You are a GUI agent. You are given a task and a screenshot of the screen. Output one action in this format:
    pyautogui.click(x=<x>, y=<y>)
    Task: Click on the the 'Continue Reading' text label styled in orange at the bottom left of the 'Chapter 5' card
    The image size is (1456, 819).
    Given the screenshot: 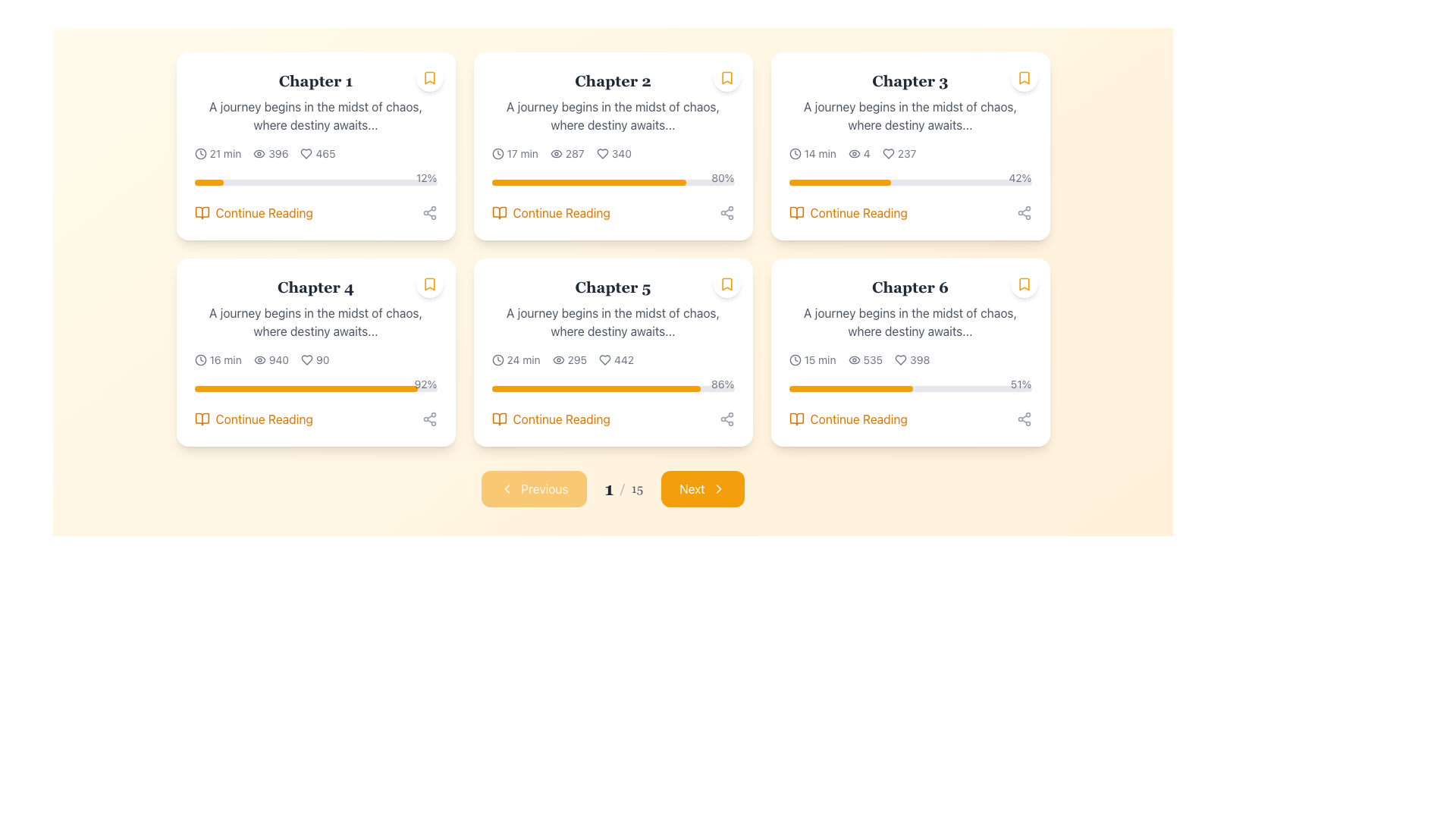 What is the action you would take?
    pyautogui.click(x=560, y=419)
    